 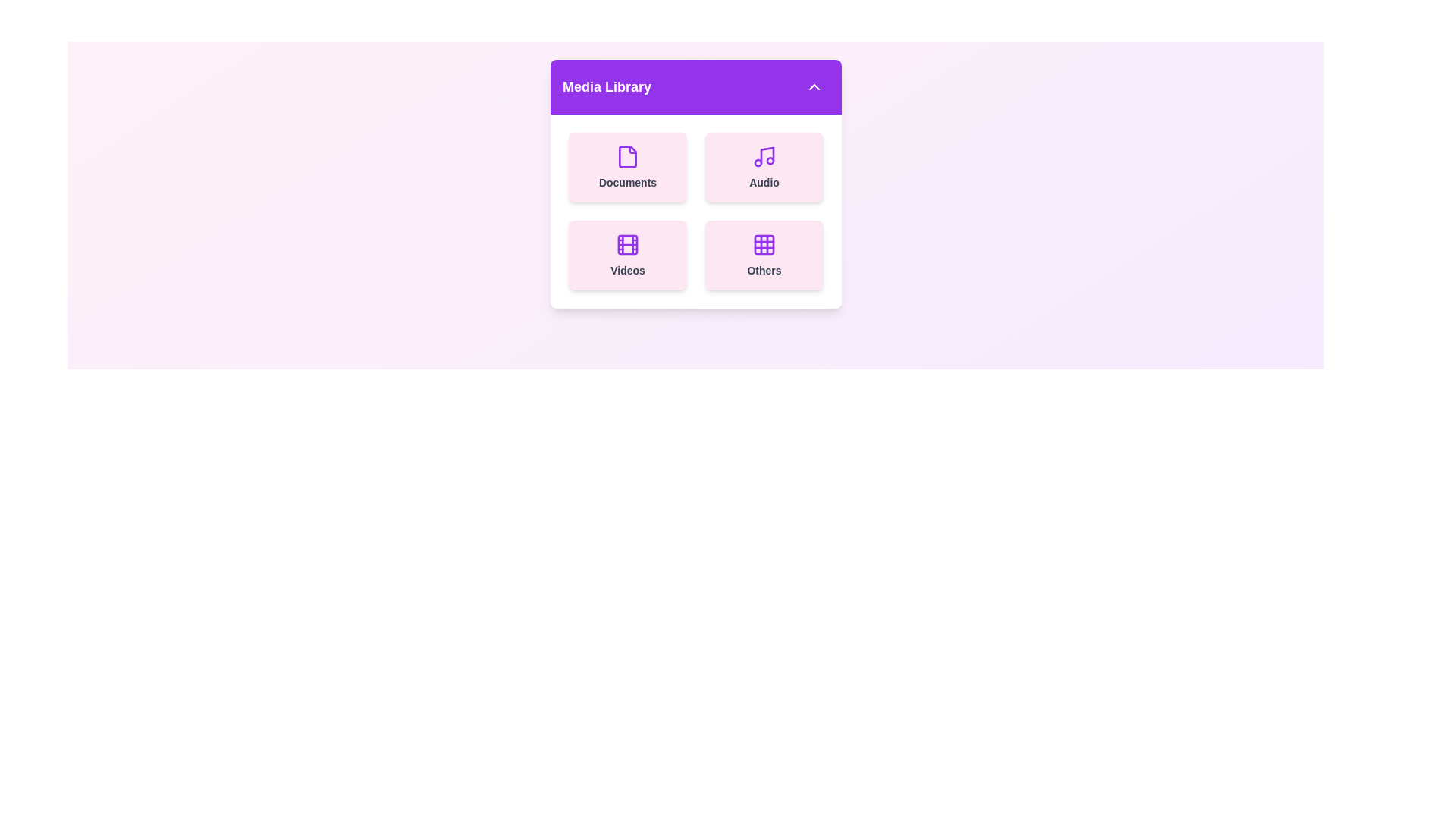 I want to click on the 'Audio' card to select it, so click(x=764, y=167).